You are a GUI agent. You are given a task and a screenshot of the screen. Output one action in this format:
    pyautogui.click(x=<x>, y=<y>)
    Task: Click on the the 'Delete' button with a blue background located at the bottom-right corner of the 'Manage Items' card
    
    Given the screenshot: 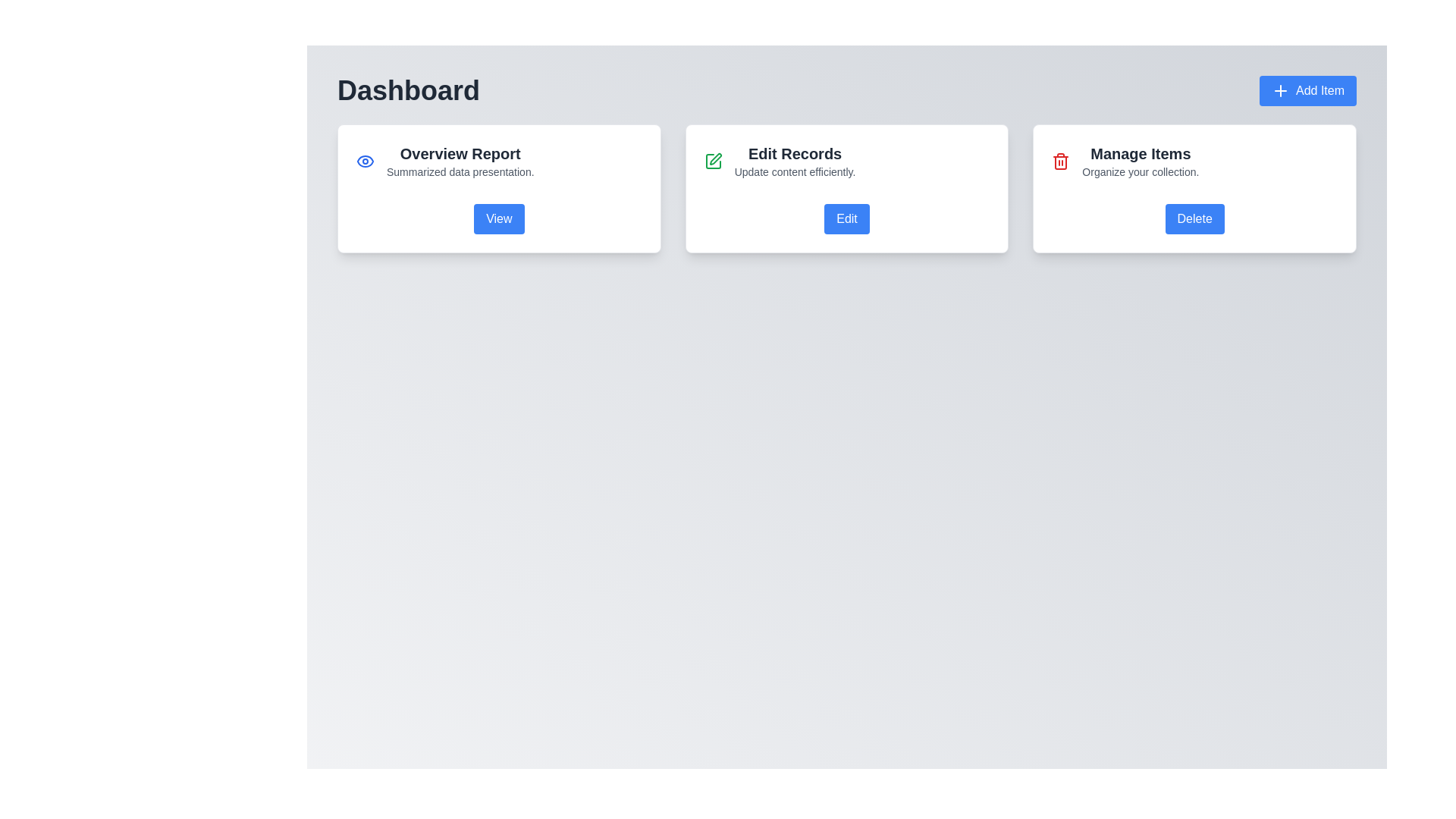 What is the action you would take?
    pyautogui.click(x=1194, y=219)
    